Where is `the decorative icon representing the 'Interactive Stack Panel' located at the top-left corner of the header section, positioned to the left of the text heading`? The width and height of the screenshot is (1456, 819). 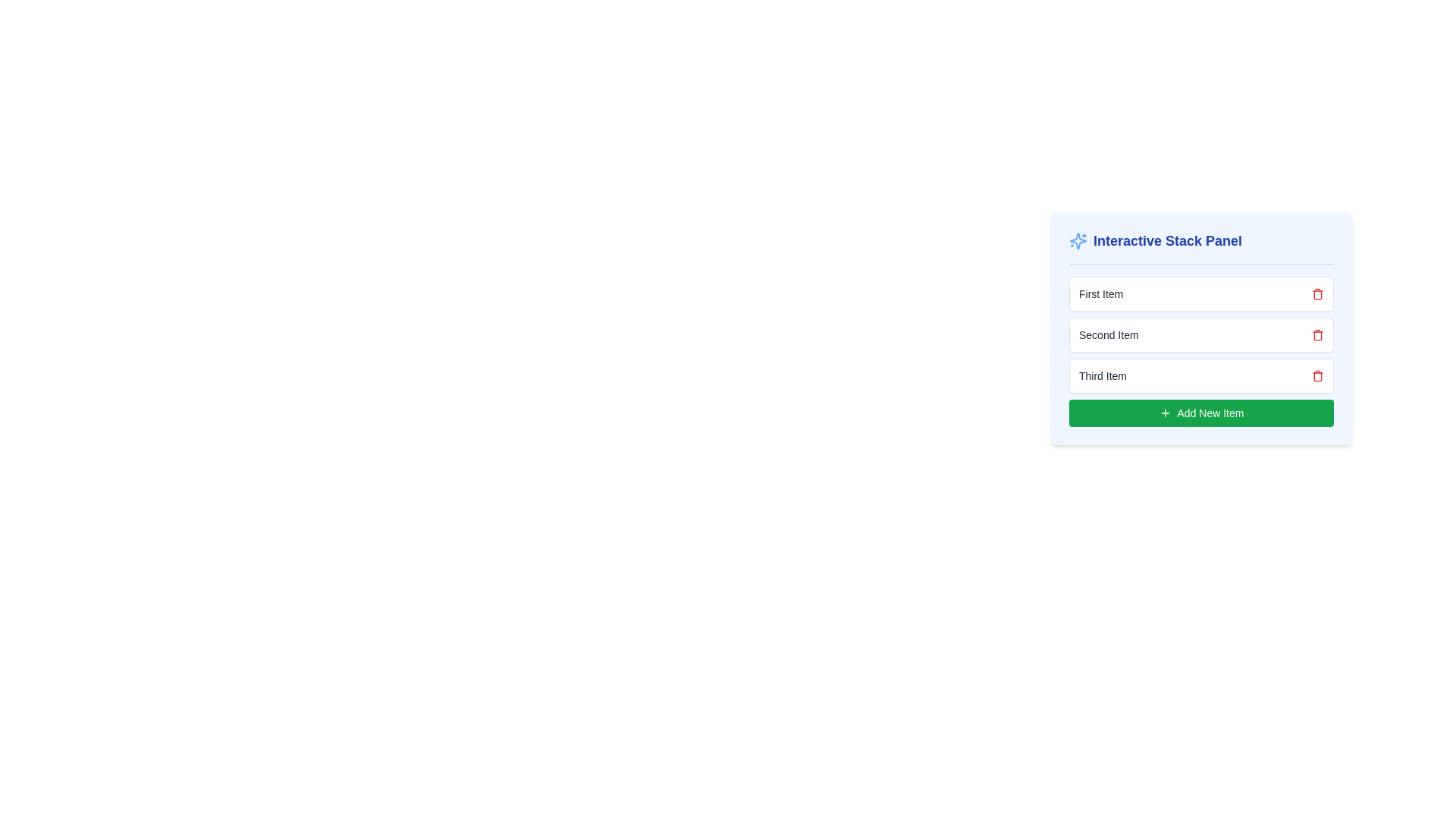 the decorative icon representing the 'Interactive Stack Panel' located at the top-left corner of the header section, positioned to the left of the text heading is located at coordinates (1077, 240).